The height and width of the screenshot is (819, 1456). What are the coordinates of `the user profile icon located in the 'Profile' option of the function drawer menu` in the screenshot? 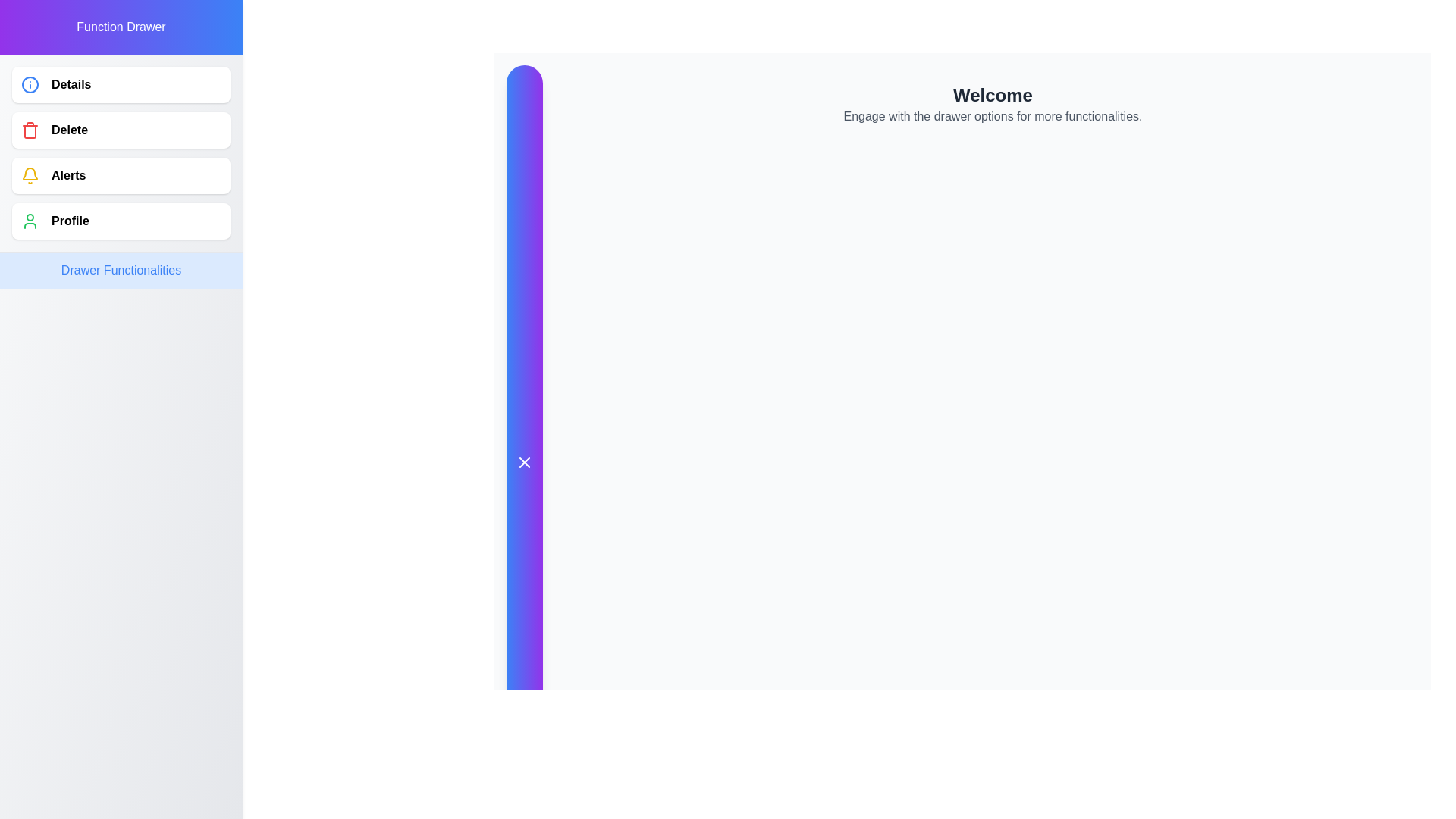 It's located at (30, 221).